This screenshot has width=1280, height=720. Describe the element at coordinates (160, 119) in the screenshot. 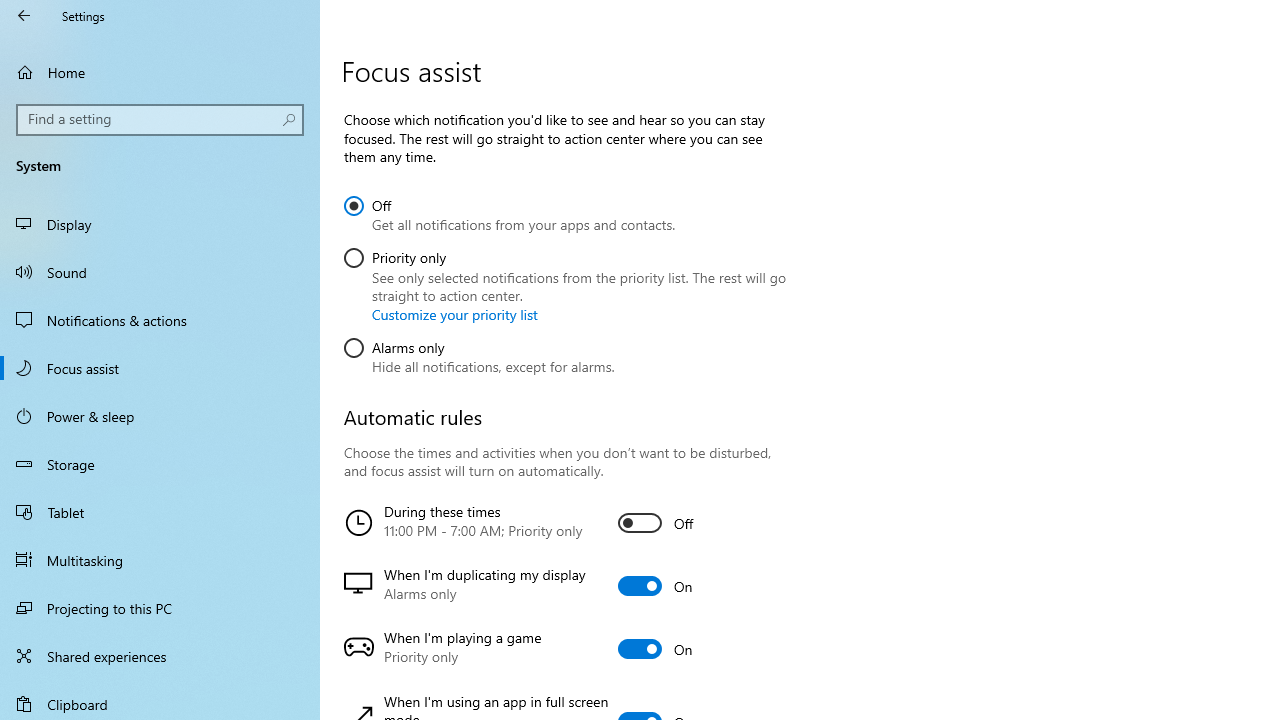

I see `'Search box, Find a setting'` at that location.